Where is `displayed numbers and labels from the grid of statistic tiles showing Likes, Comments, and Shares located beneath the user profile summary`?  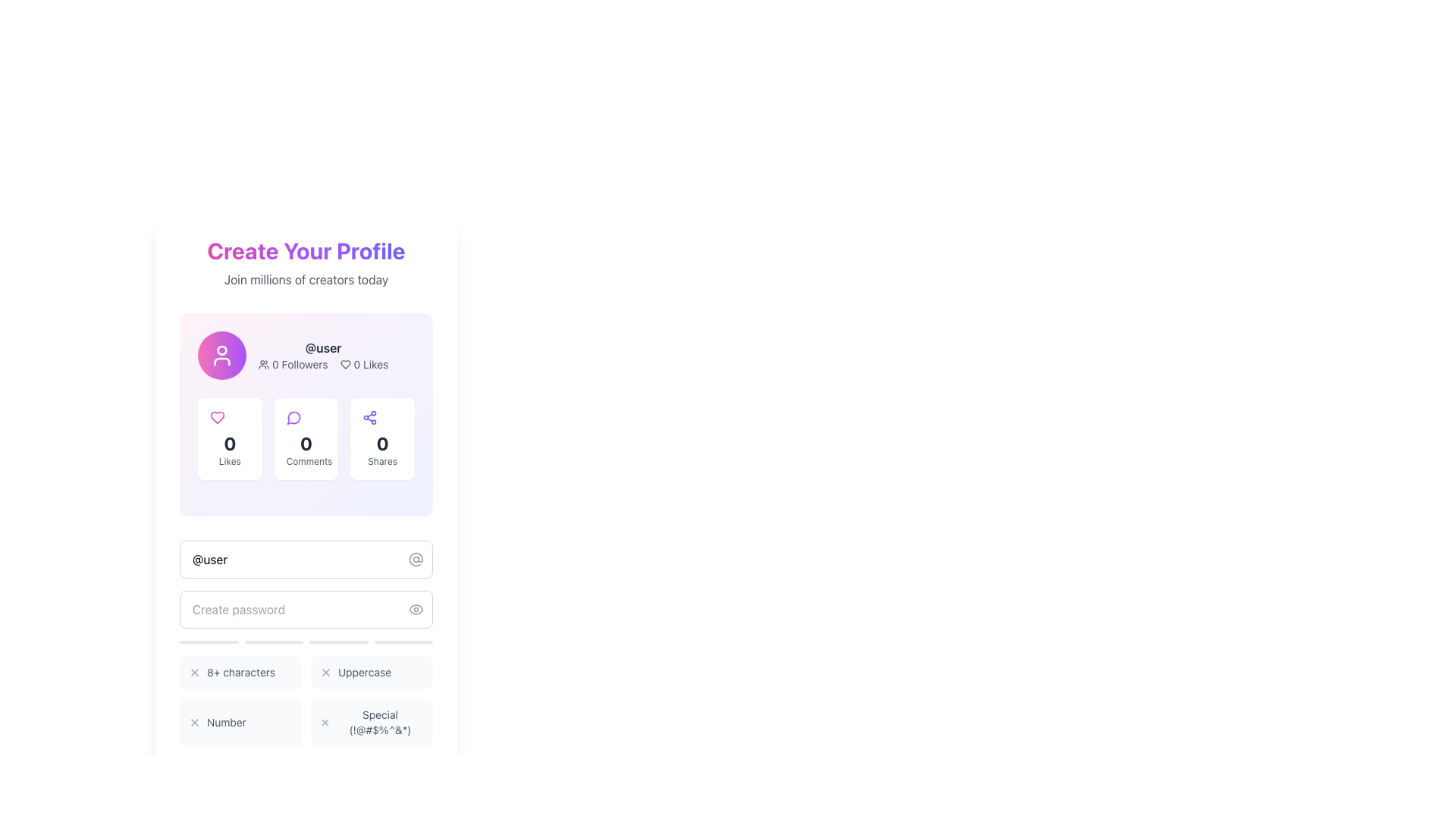
displayed numbers and labels from the grid of statistic tiles showing Likes, Comments, and Shares located beneath the user profile summary is located at coordinates (305, 438).